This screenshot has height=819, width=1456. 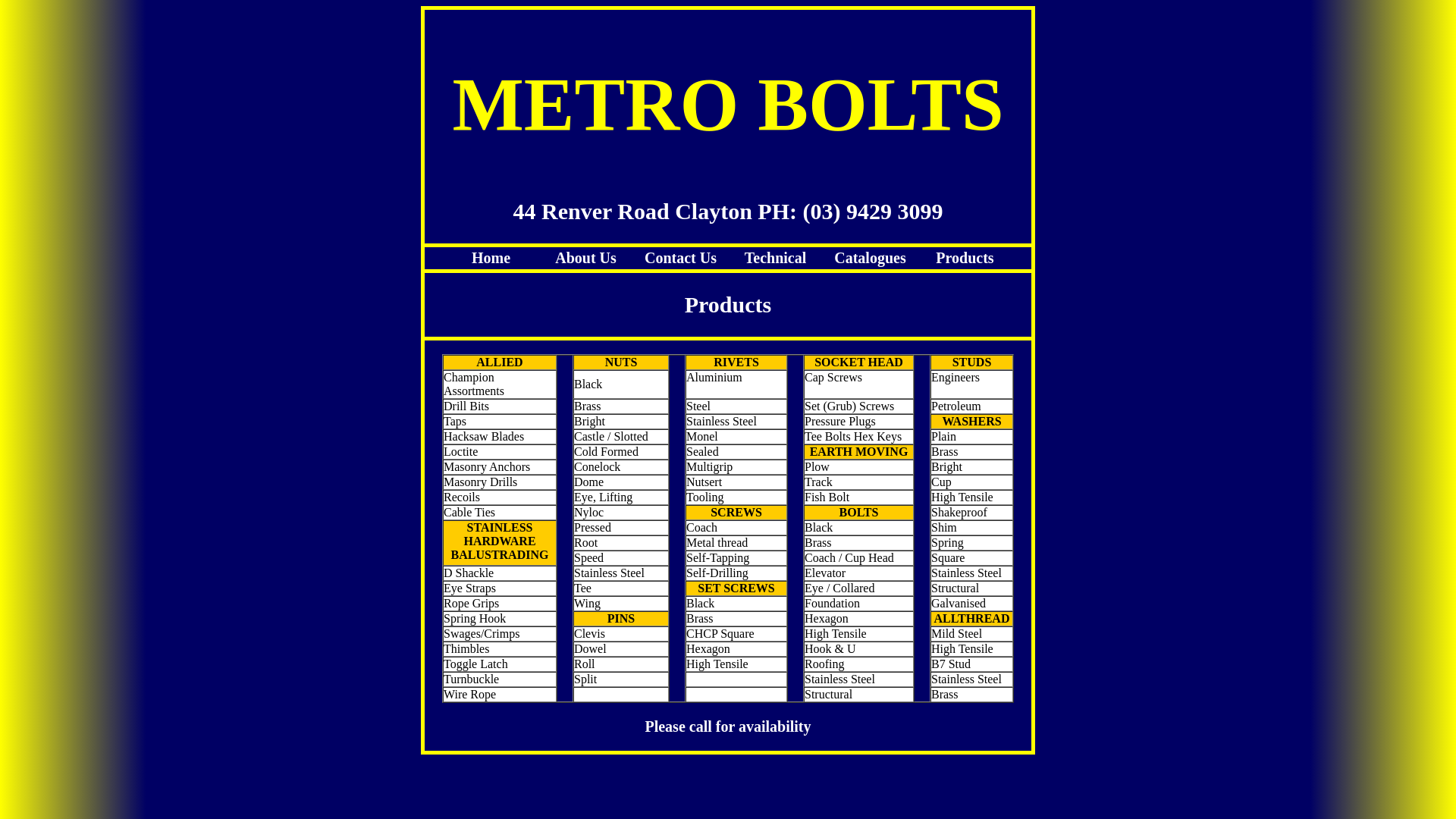 What do you see at coordinates (964, 256) in the screenshot?
I see `'Products'` at bounding box center [964, 256].